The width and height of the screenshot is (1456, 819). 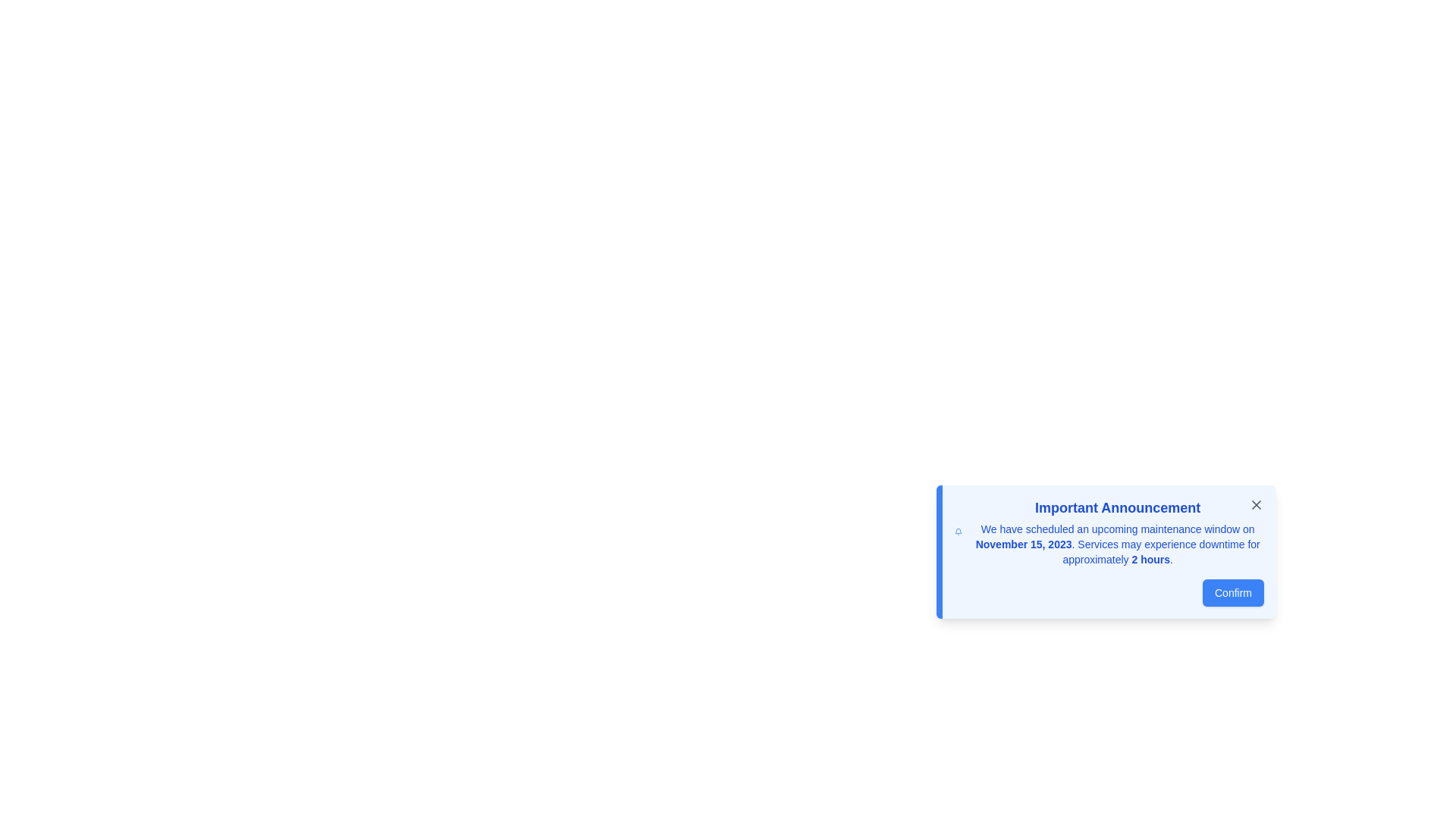 I want to click on the text label styled in bold blue font that says 'Important Announcement' located at the top of the dialog box, so click(x=1118, y=508).